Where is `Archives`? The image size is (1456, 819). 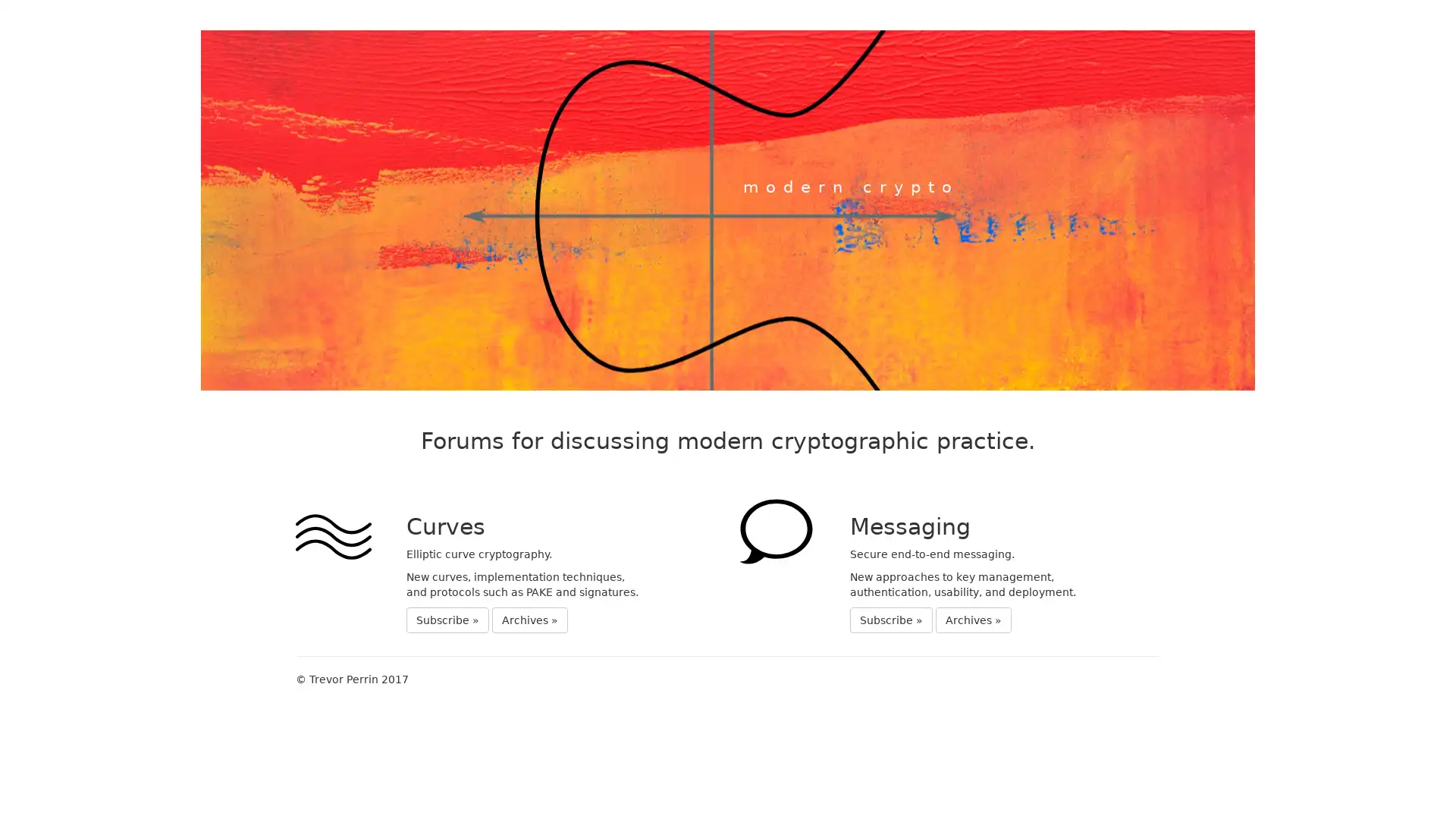
Archives is located at coordinates (530, 620).